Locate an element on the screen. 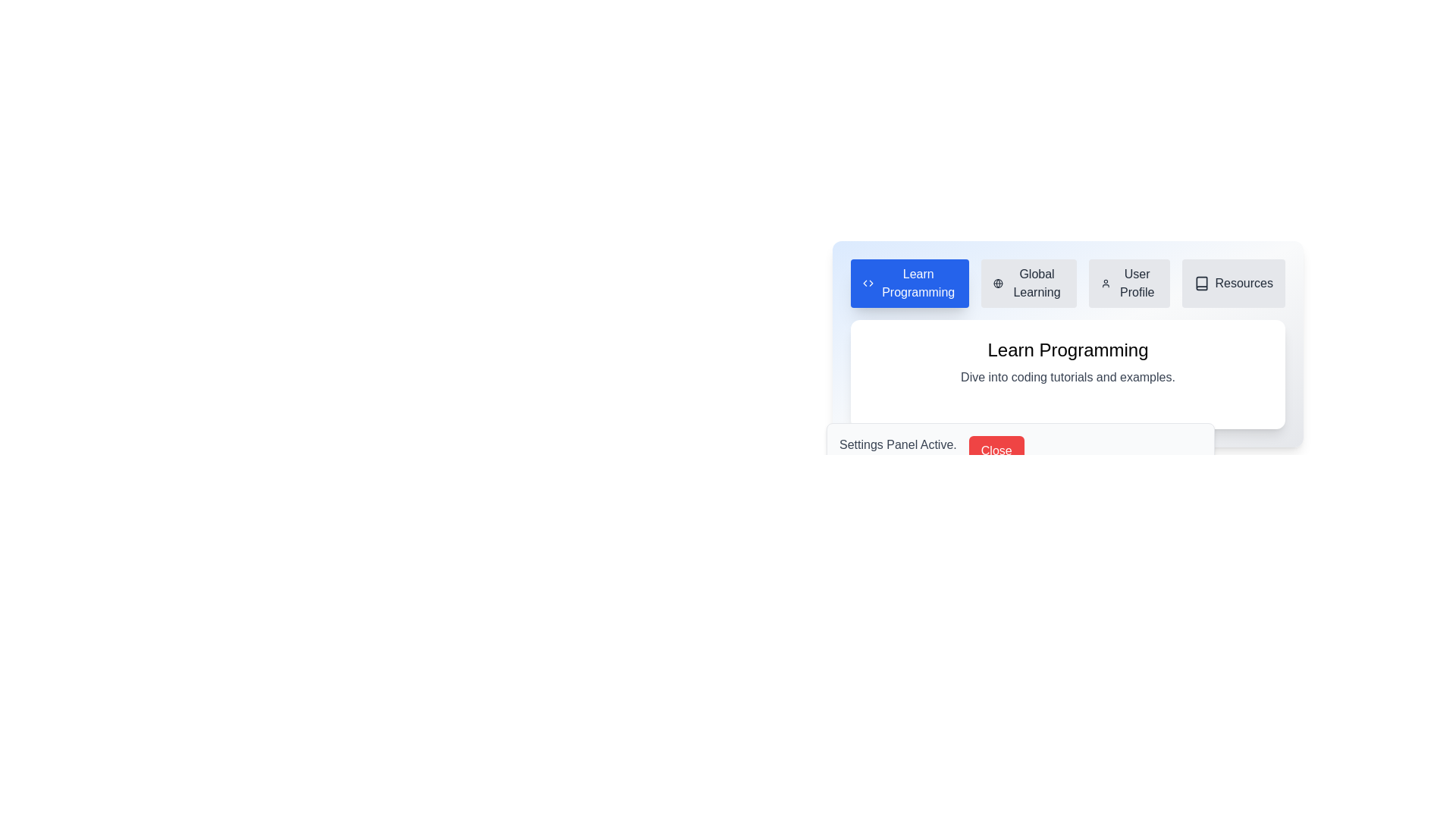 The height and width of the screenshot is (819, 1456). the tab labeled Resources is located at coordinates (1233, 284).